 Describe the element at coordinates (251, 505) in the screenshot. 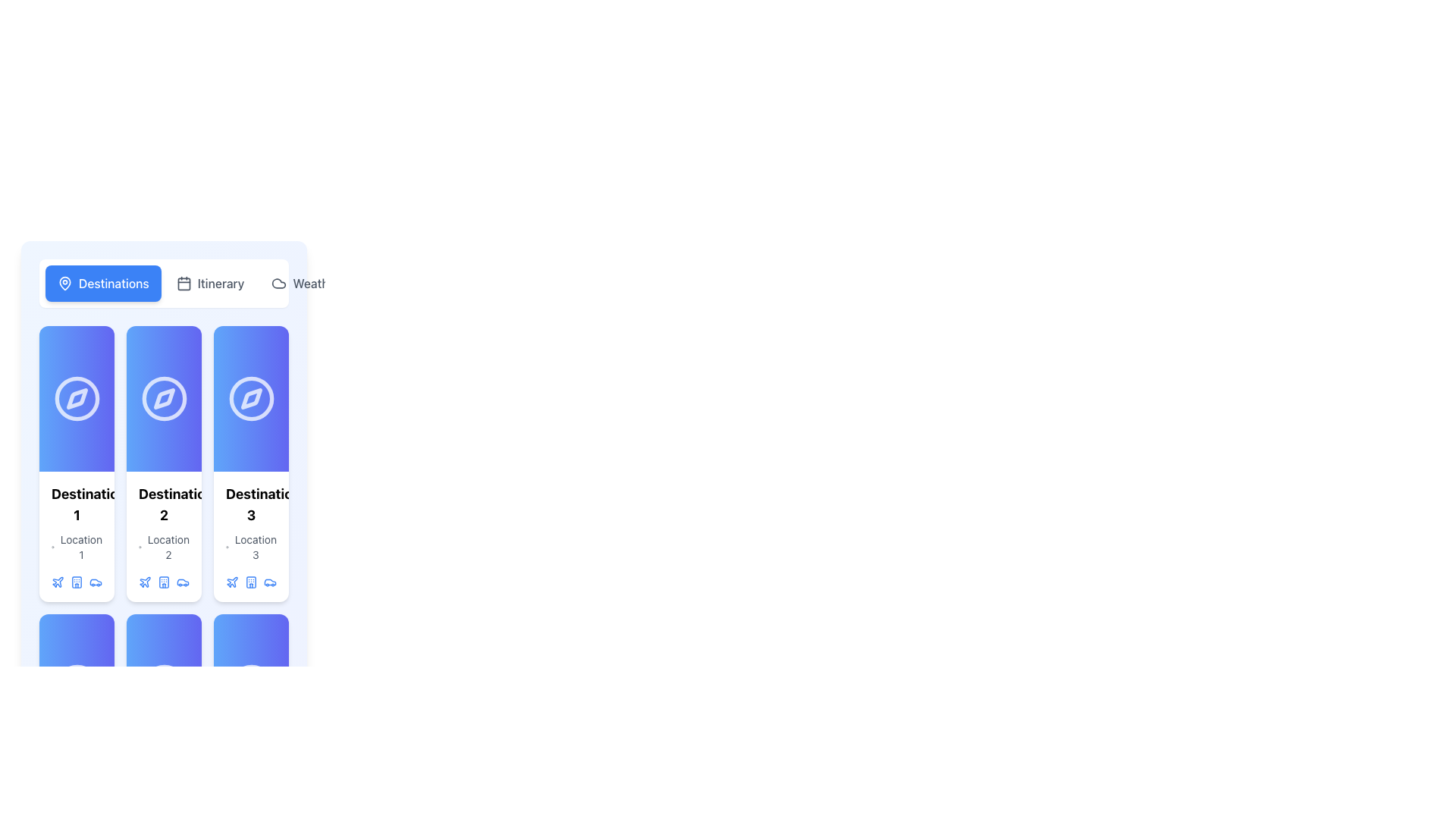

I see `the bold text label displaying 'Destination 3', which is the title text in the third card of a vertically stacked layout` at that location.